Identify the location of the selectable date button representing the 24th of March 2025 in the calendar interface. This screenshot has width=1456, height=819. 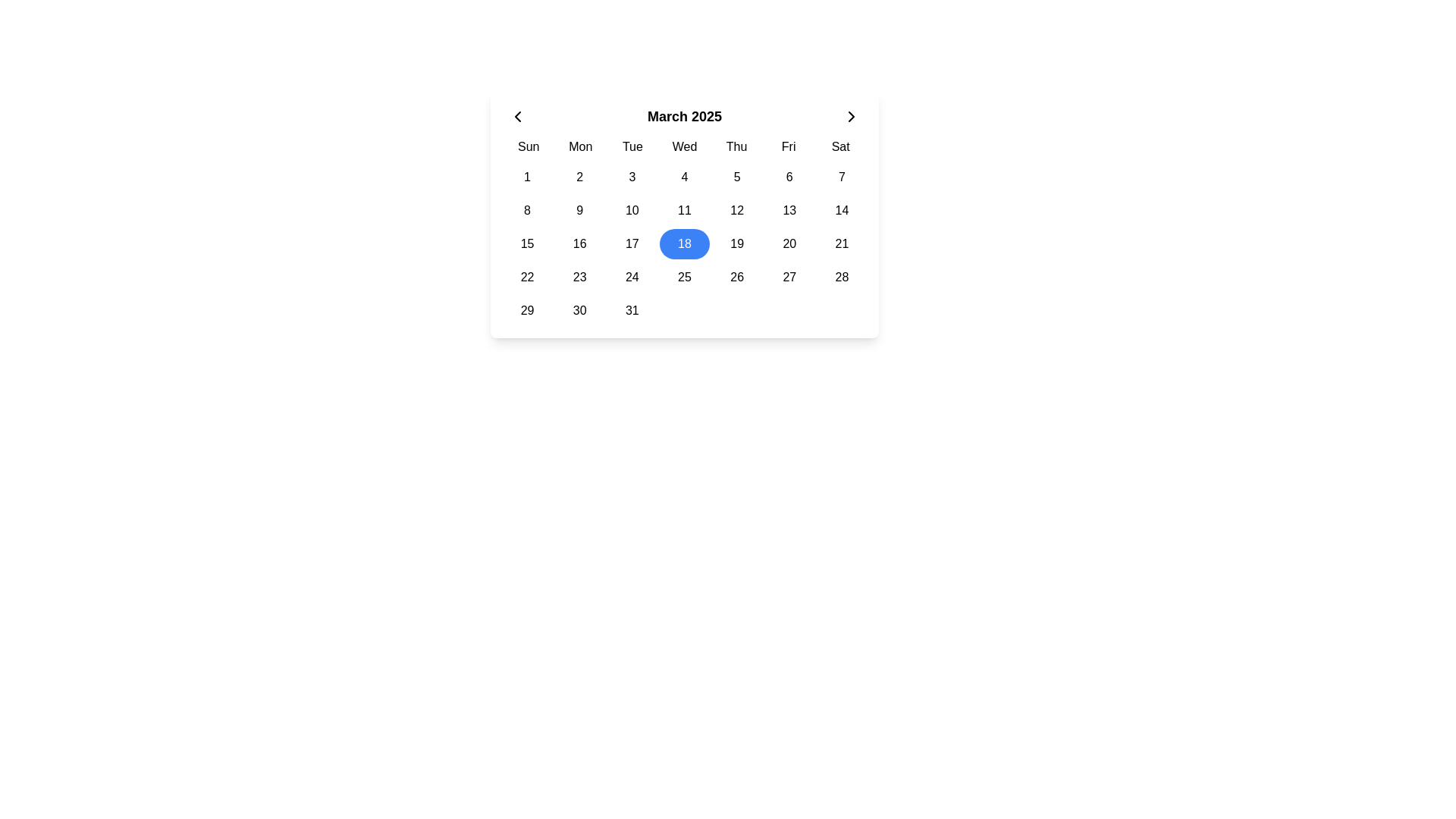
(632, 278).